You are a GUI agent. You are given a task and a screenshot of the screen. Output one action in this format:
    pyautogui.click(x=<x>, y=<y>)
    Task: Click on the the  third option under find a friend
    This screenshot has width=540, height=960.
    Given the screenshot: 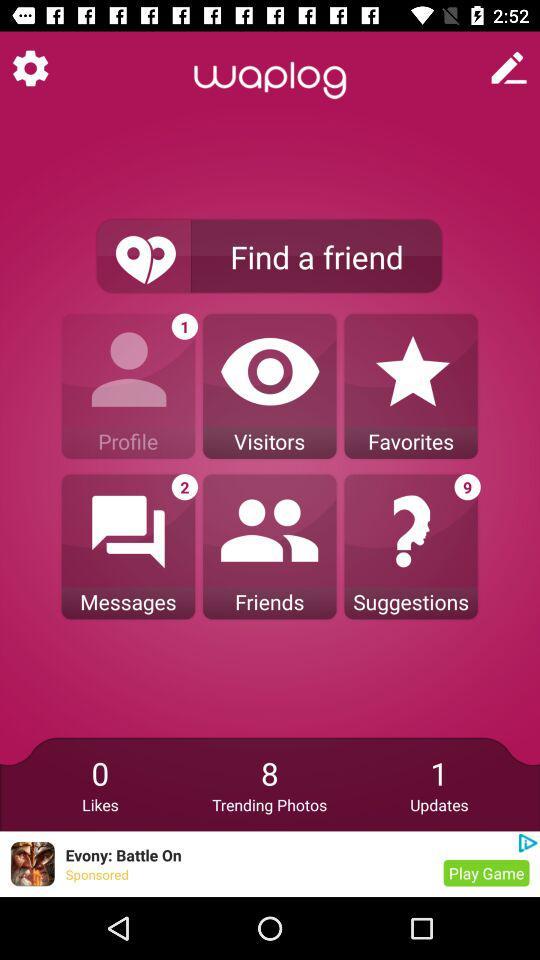 What is the action you would take?
    pyautogui.click(x=410, y=385)
    